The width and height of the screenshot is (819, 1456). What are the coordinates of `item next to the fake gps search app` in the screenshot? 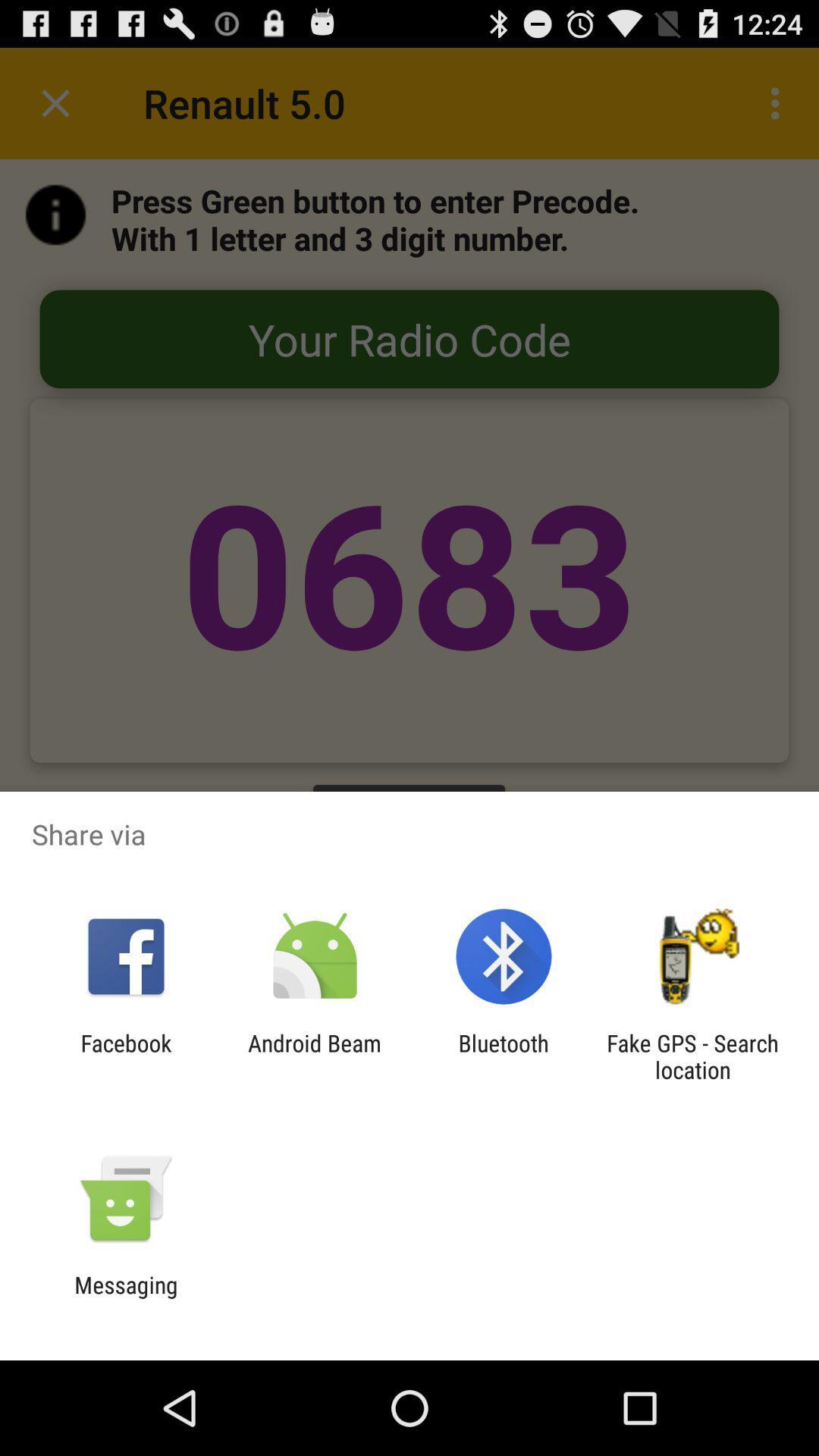 It's located at (504, 1056).